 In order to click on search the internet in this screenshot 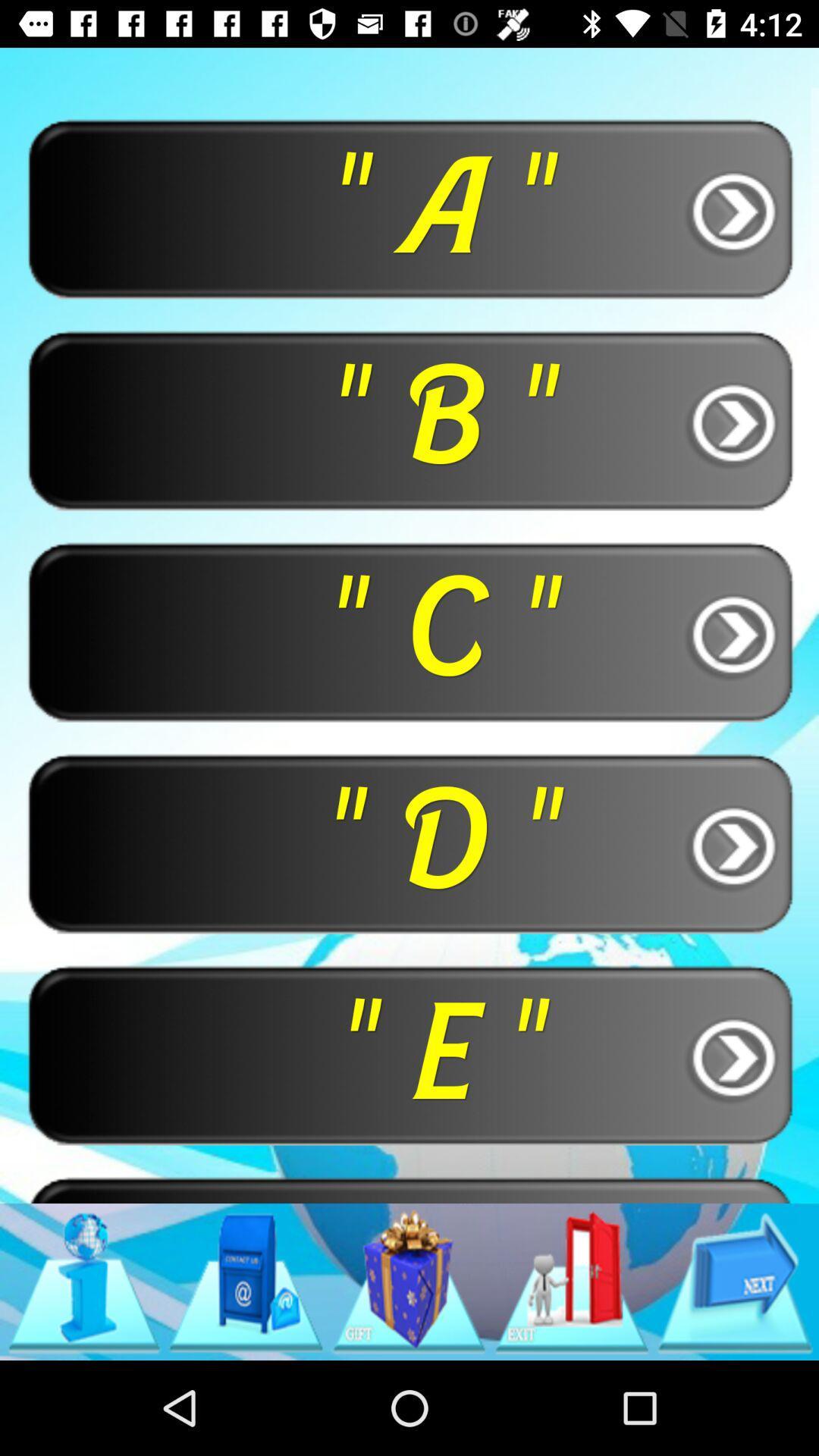, I will do `click(83, 1281)`.